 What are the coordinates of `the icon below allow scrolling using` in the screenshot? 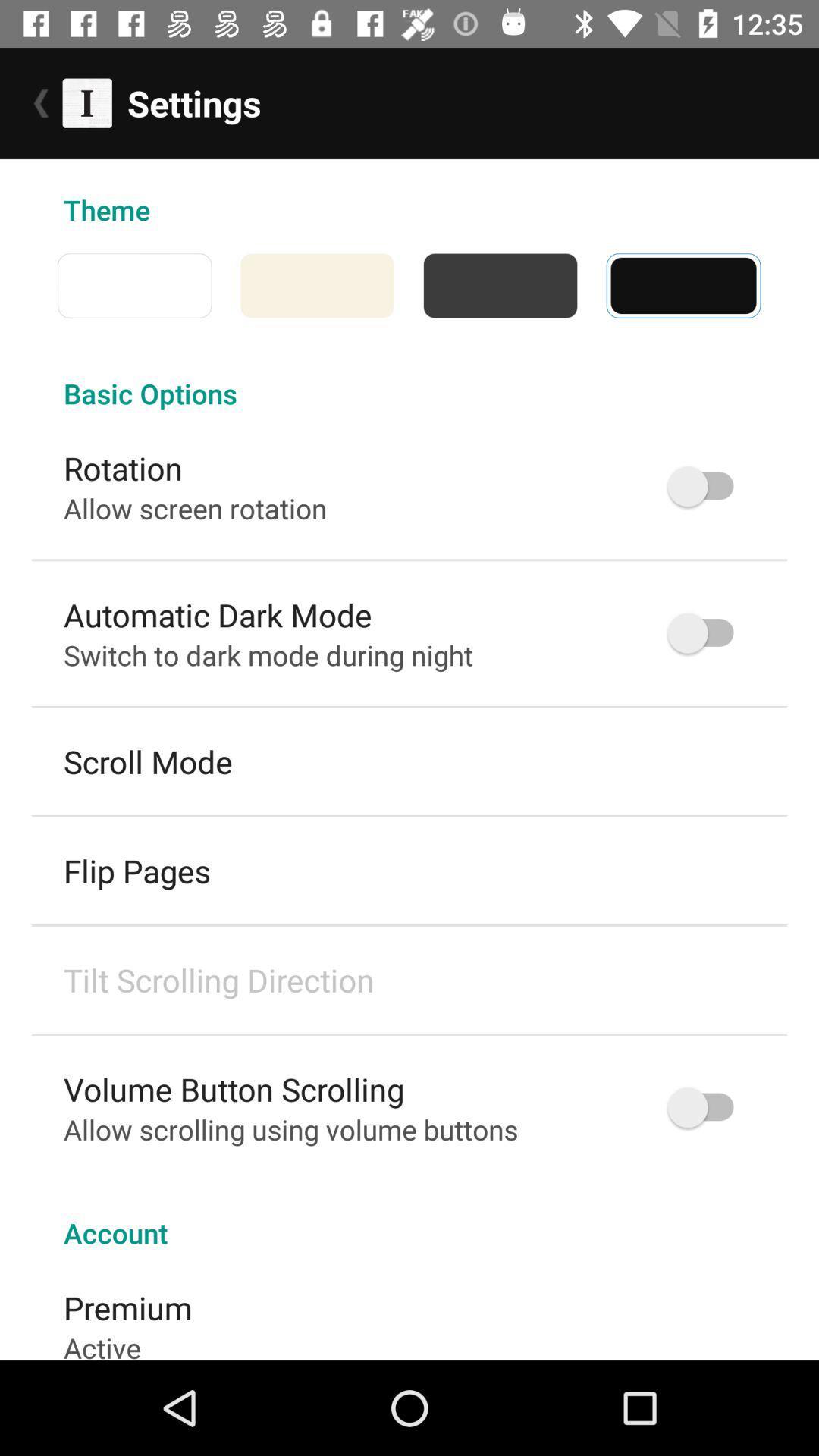 It's located at (409, 1216).